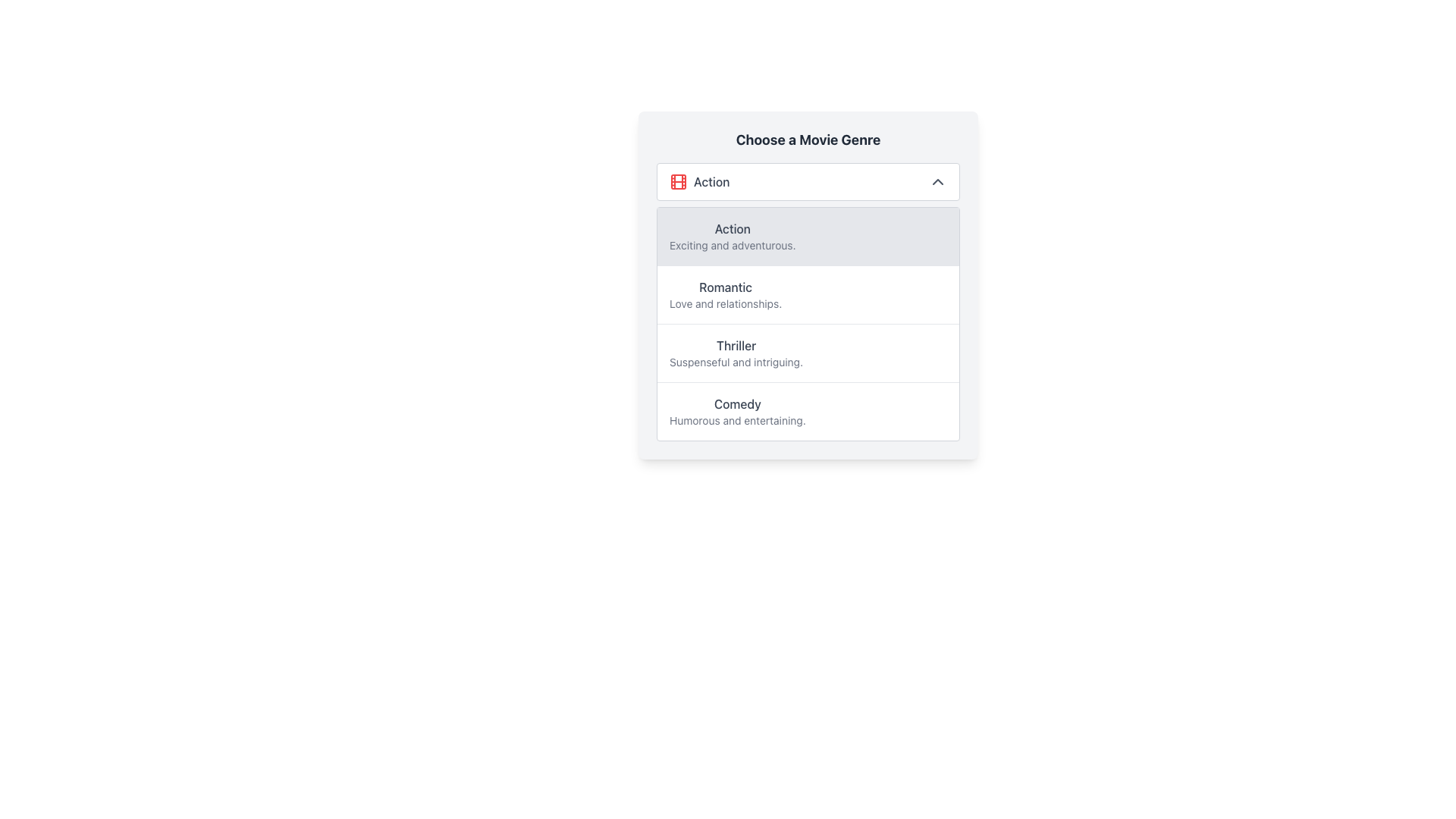 This screenshot has height=819, width=1456. What do you see at coordinates (725, 295) in the screenshot?
I see `the text label displaying 'Romantic' under the heading 'Choose a Movie Genre'` at bounding box center [725, 295].